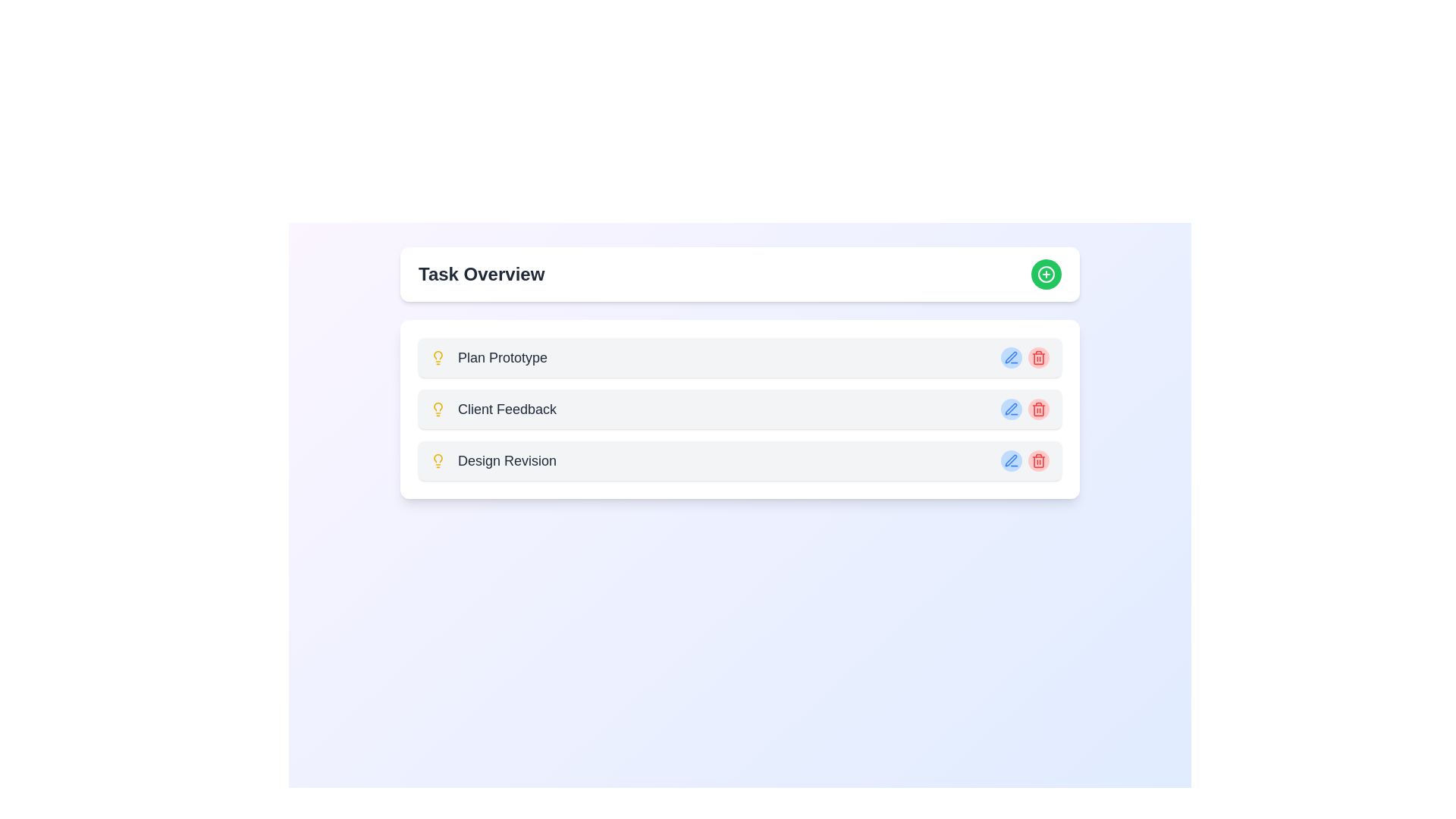 The width and height of the screenshot is (1456, 819). I want to click on the middle body of the trash can icon to initiate the delete function for the corresponding list item, so click(1037, 461).